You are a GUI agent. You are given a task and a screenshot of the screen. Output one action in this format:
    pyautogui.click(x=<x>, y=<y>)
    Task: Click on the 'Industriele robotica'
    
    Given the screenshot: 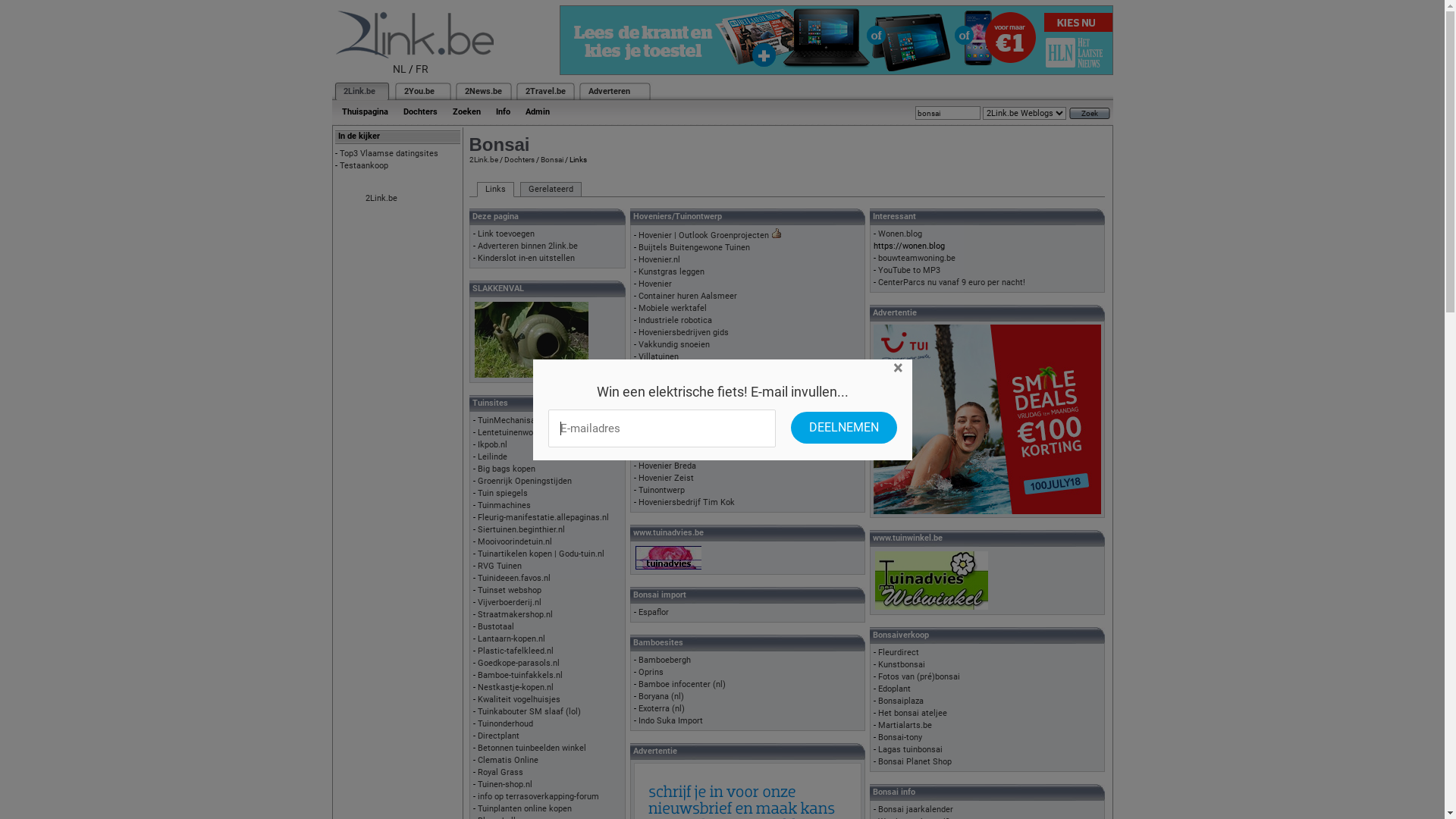 What is the action you would take?
    pyautogui.click(x=674, y=319)
    